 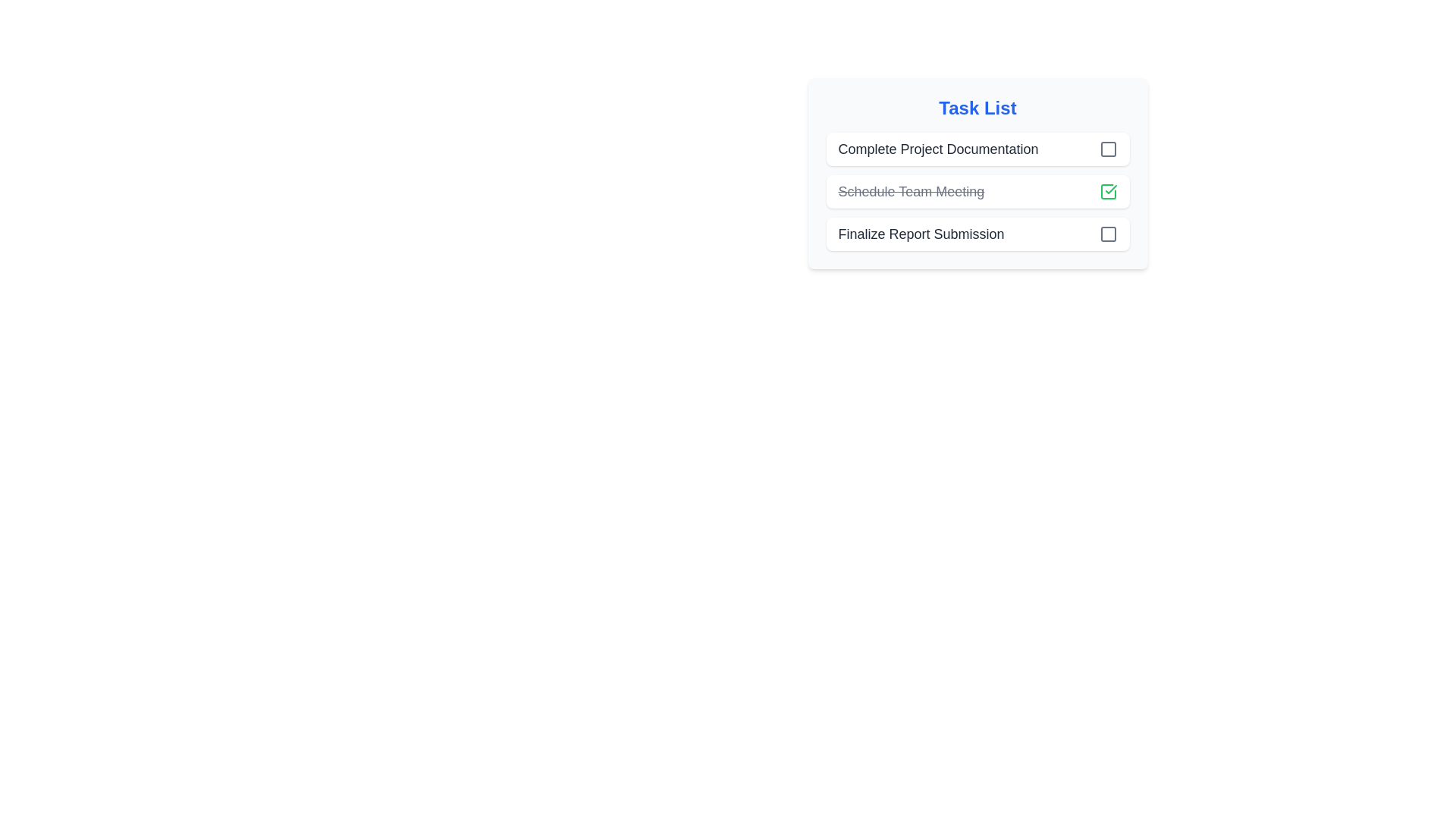 What do you see at coordinates (977, 234) in the screenshot?
I see `the last task item in the task list, which includes a checkbox for marking the task as complete` at bounding box center [977, 234].